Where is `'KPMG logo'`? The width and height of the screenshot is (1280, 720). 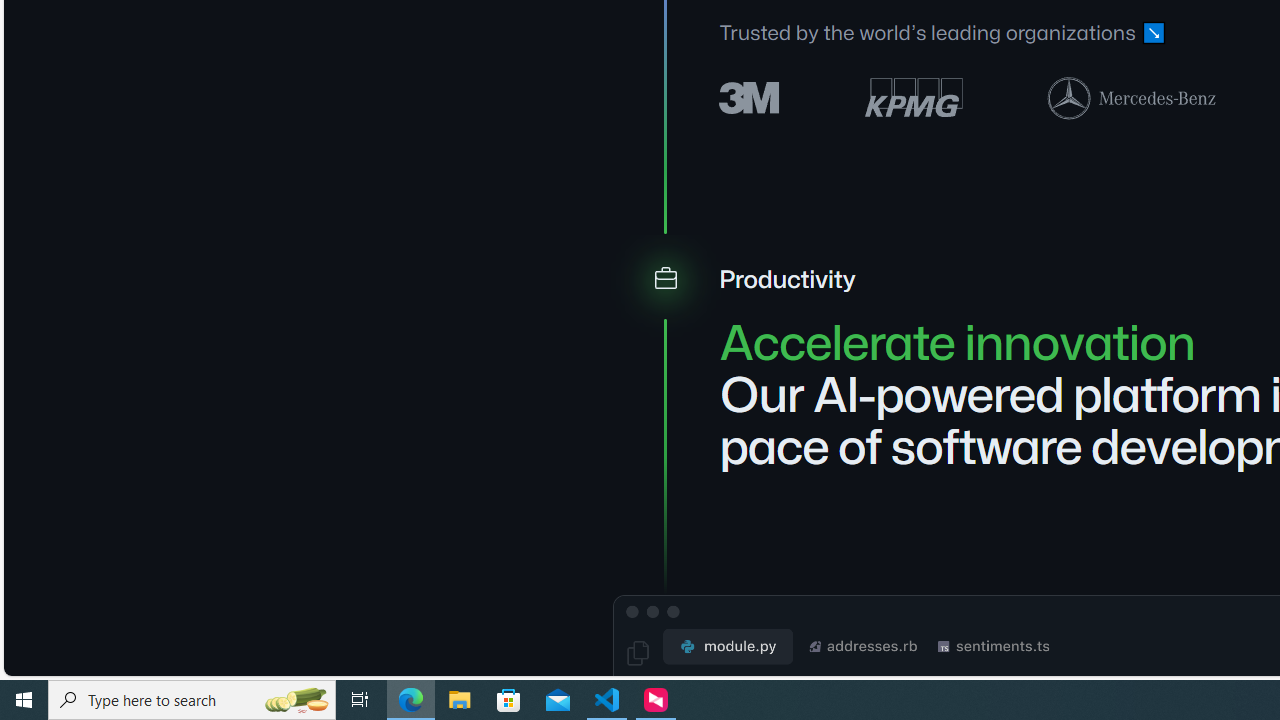
'KPMG logo' is located at coordinates (912, 97).